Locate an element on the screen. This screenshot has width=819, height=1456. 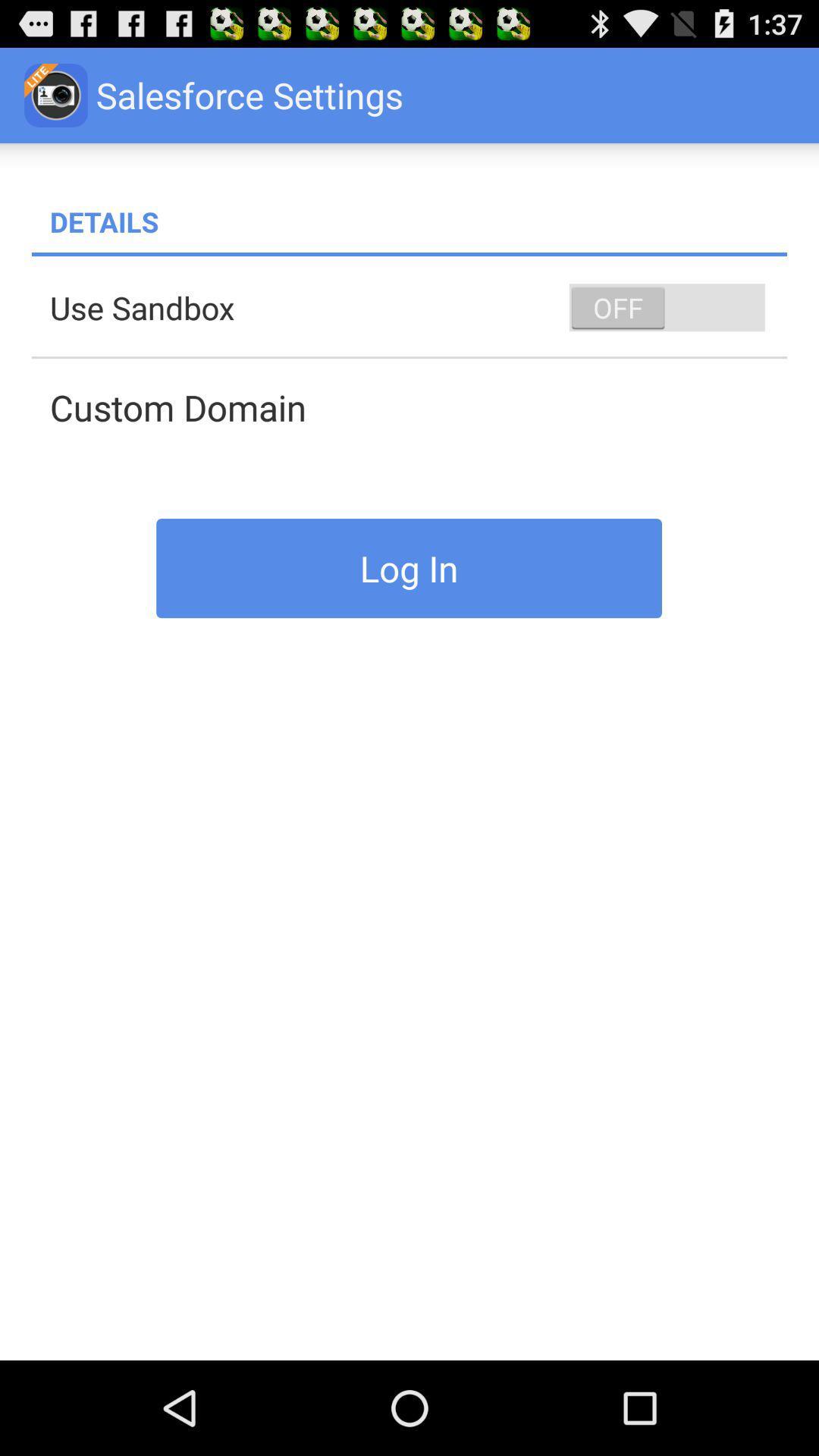
details is located at coordinates (418, 221).